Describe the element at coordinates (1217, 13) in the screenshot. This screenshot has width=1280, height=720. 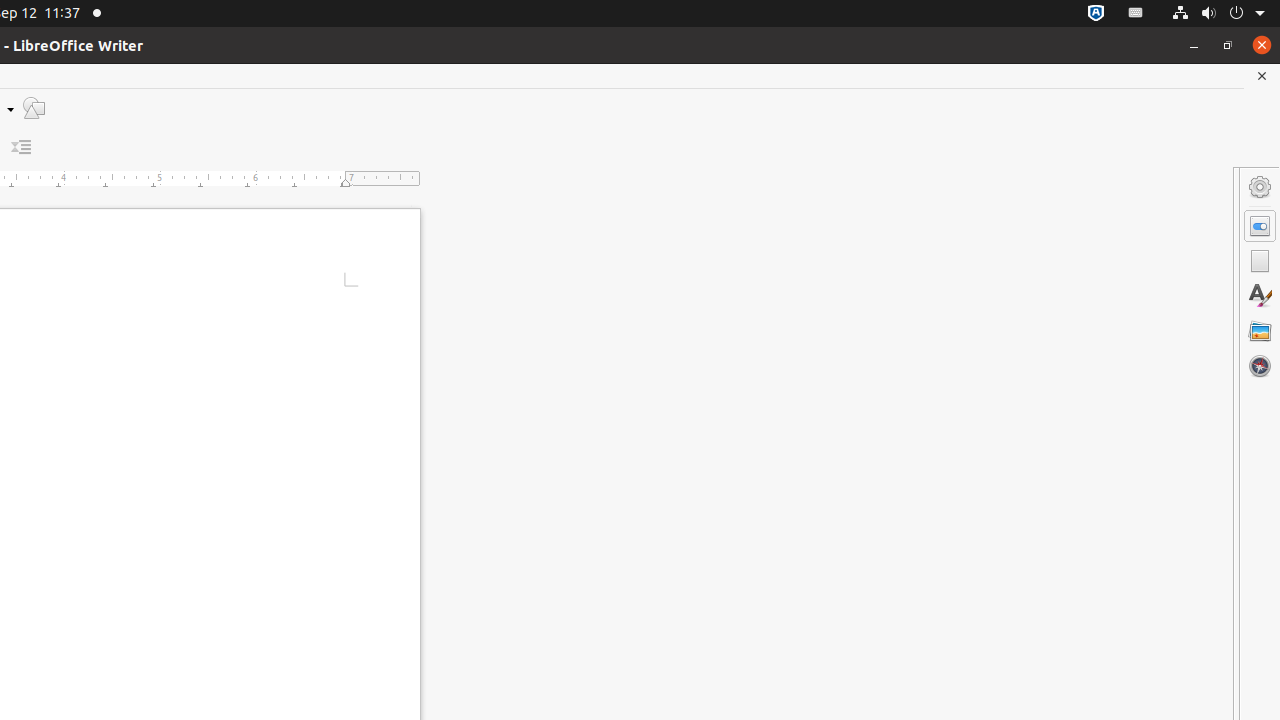
I see `'System'` at that location.